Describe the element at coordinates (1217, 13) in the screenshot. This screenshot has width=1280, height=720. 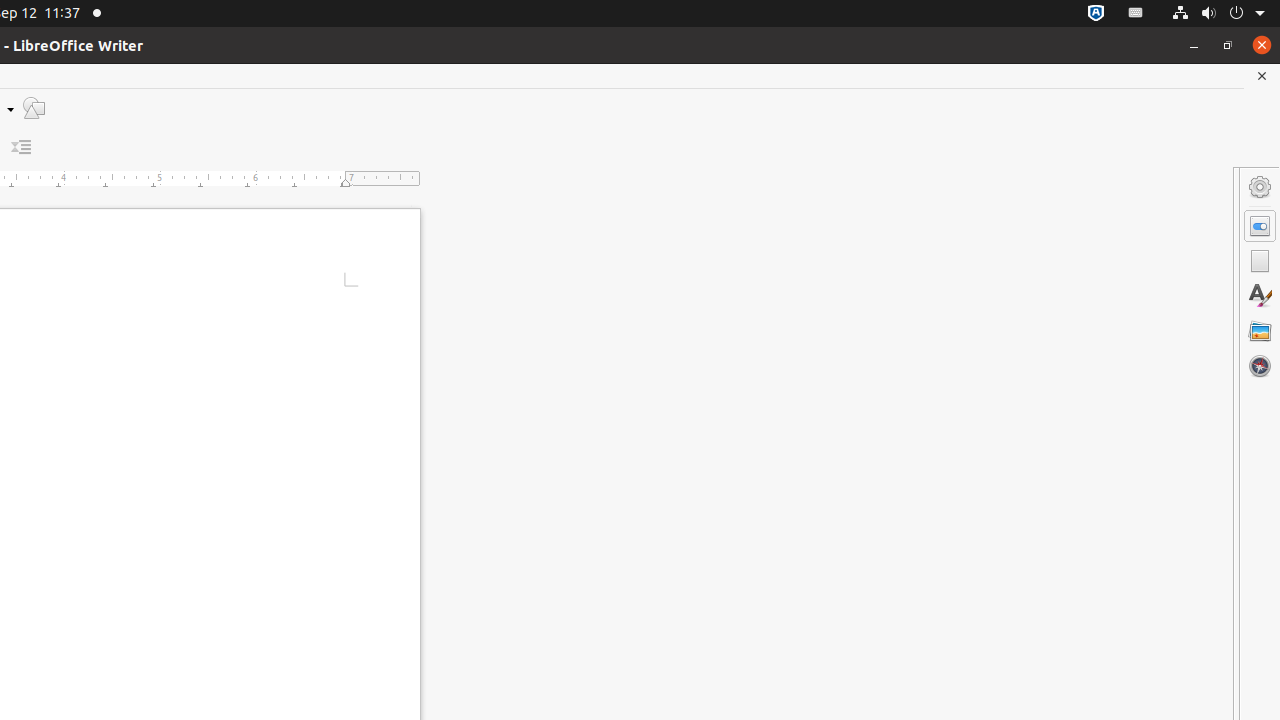
I see `'System'` at that location.